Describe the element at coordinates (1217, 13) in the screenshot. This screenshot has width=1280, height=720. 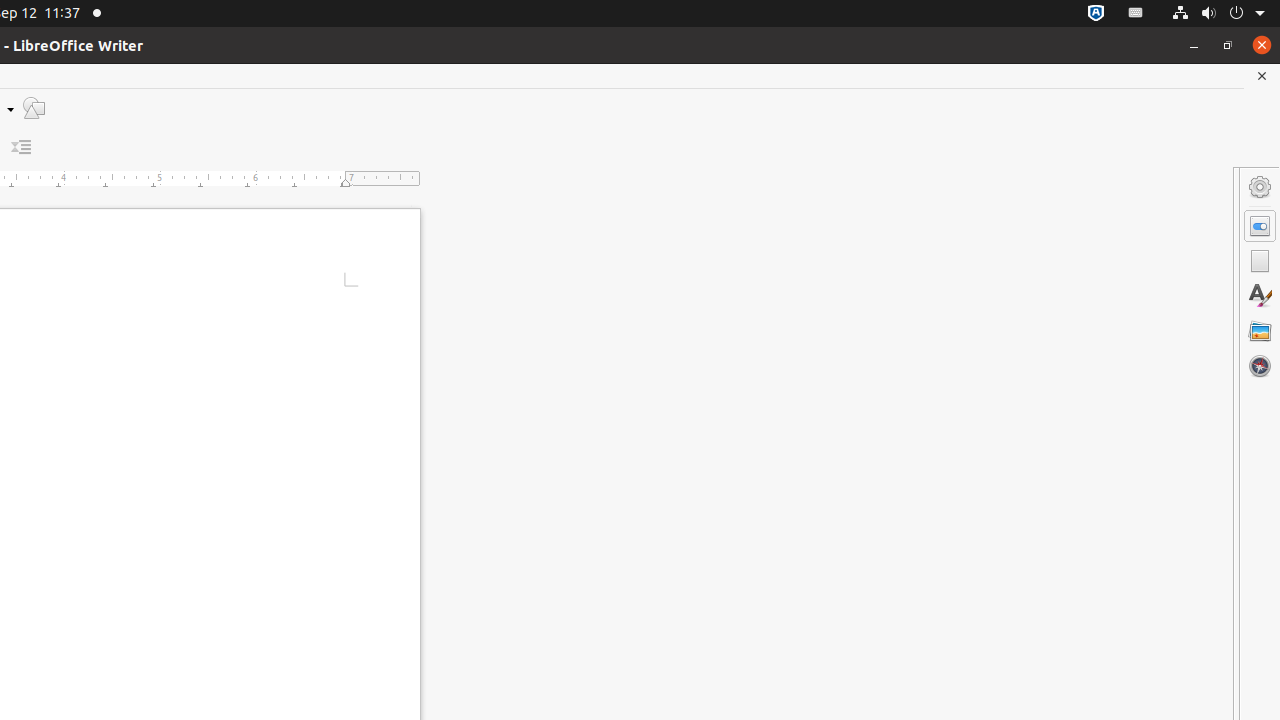
I see `'System'` at that location.